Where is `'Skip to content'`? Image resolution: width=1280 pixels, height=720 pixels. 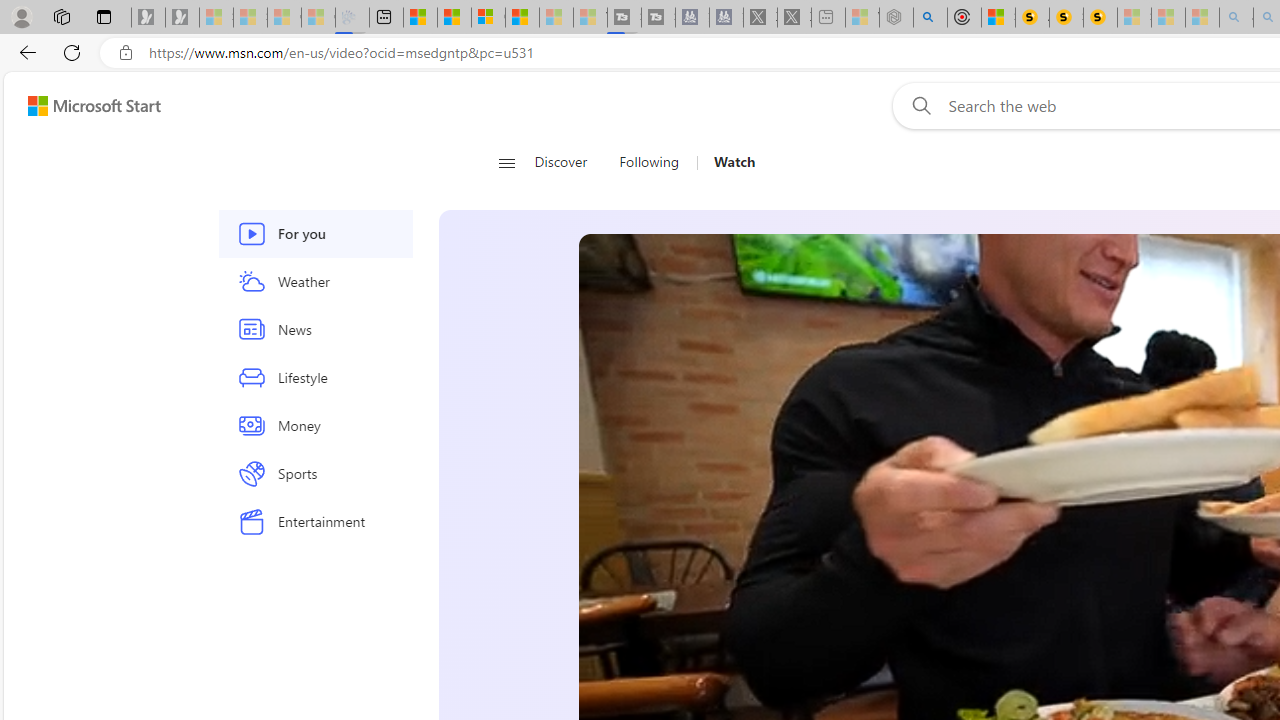 'Skip to content' is located at coordinates (86, 105).